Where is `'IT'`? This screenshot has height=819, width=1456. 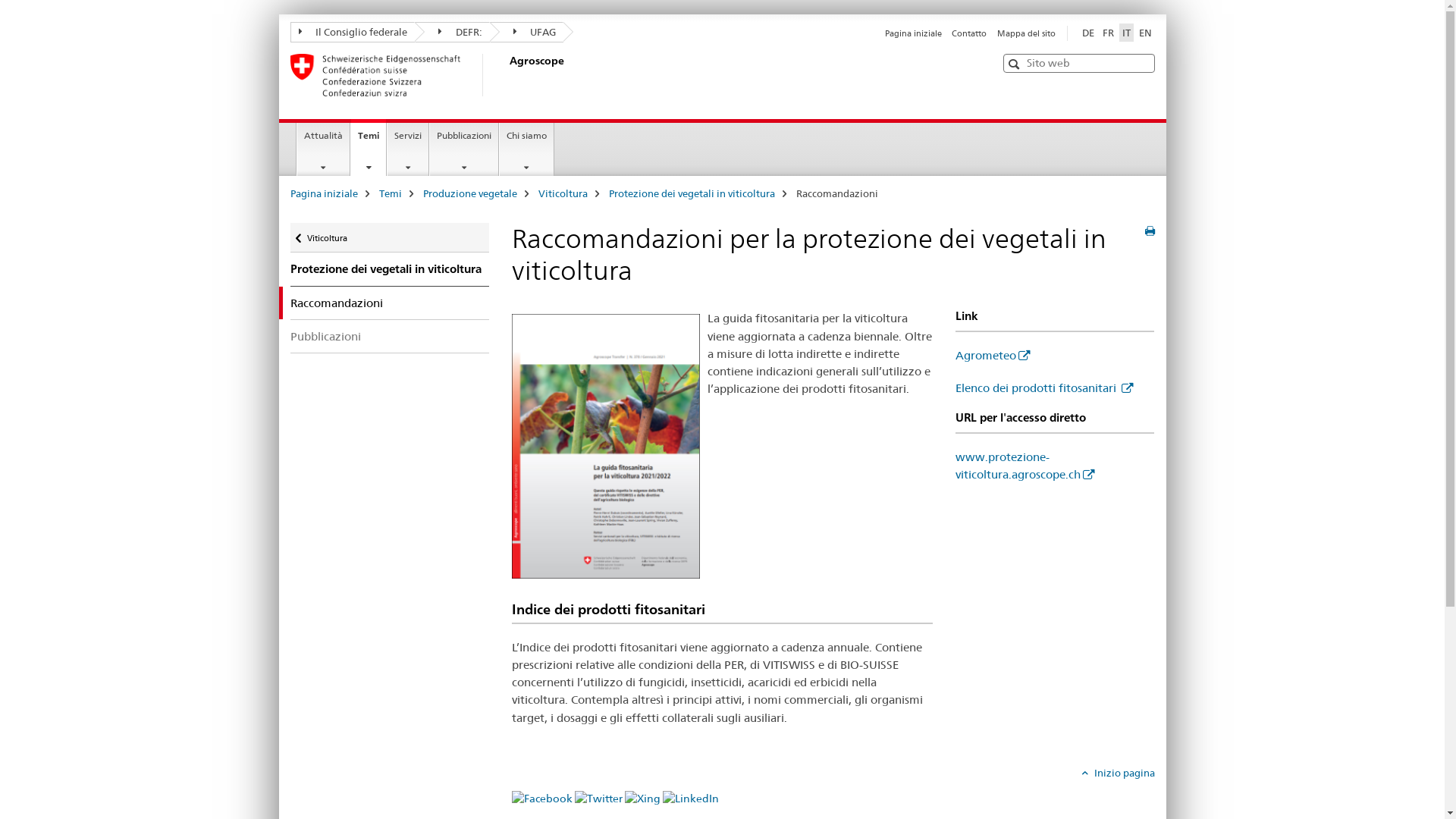 'IT' is located at coordinates (1119, 32).